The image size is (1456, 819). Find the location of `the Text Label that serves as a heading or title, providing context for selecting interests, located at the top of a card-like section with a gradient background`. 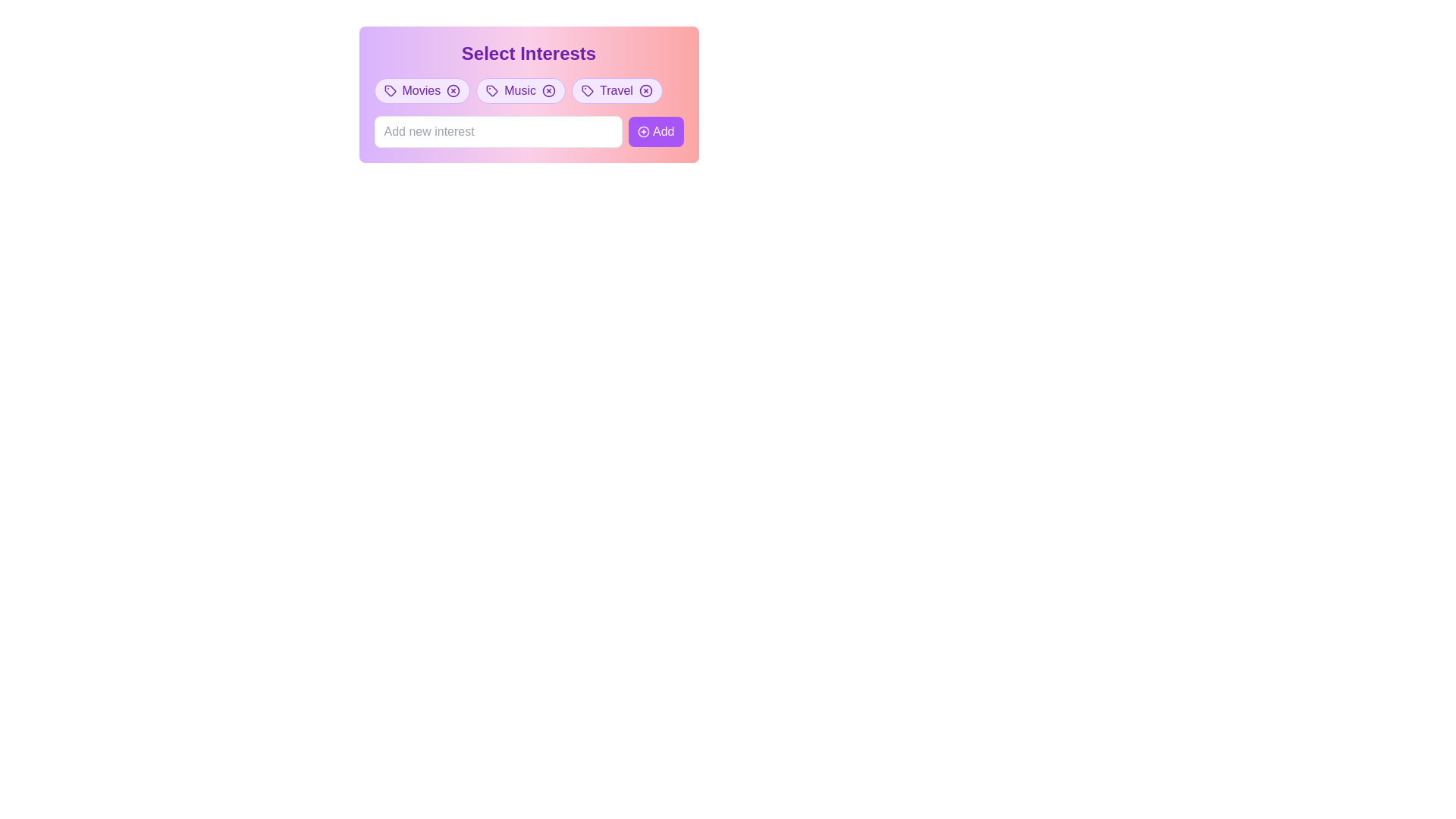

the Text Label that serves as a heading or title, providing context for selecting interests, located at the top of a card-like section with a gradient background is located at coordinates (529, 52).